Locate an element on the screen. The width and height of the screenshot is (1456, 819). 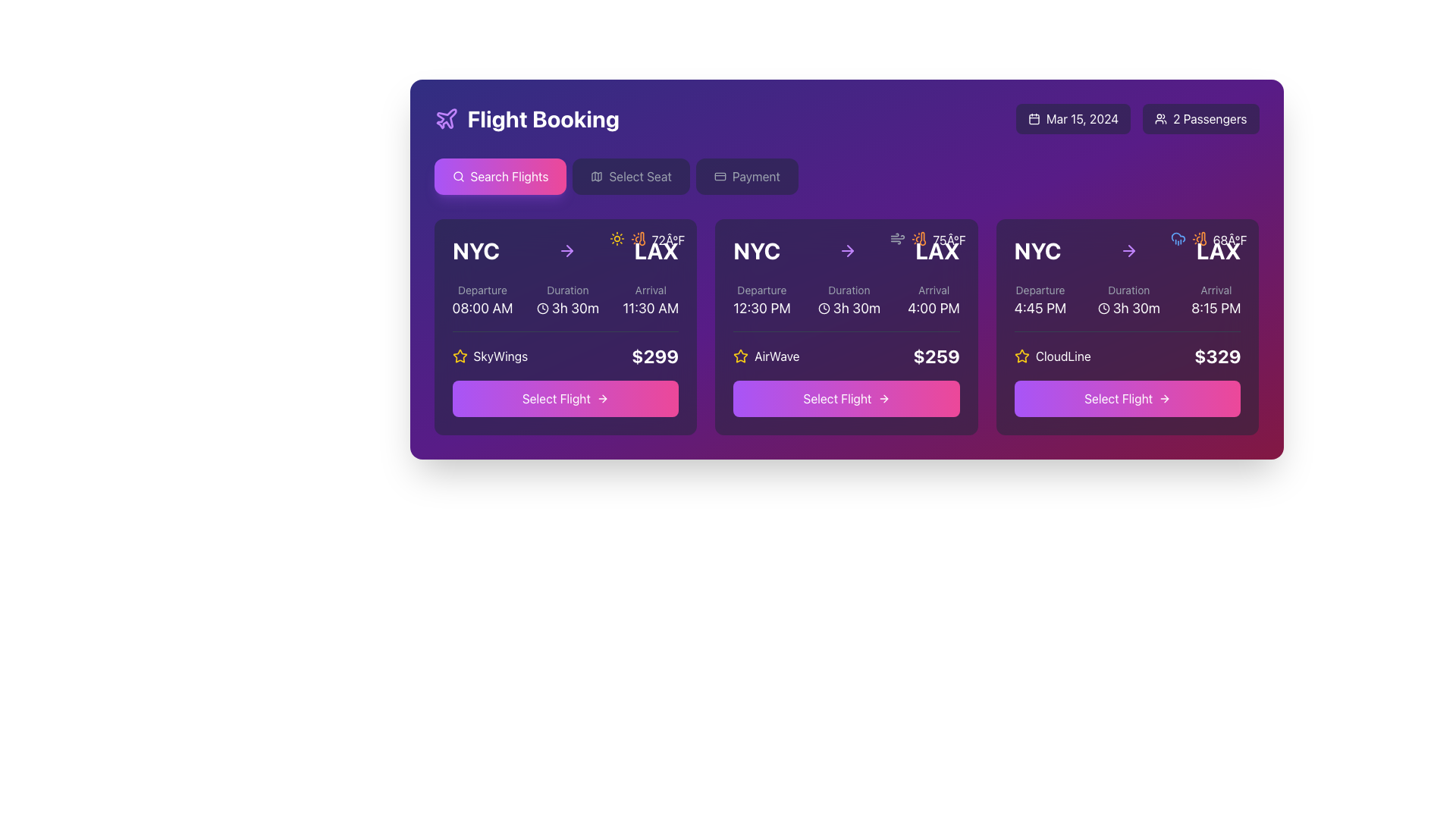
the button that allows users to specify or view the number of passengers, located to the right of the 'Mar 15, 2024.' button in the upper-right region of the interface to observe UI changes is located at coordinates (1200, 118).